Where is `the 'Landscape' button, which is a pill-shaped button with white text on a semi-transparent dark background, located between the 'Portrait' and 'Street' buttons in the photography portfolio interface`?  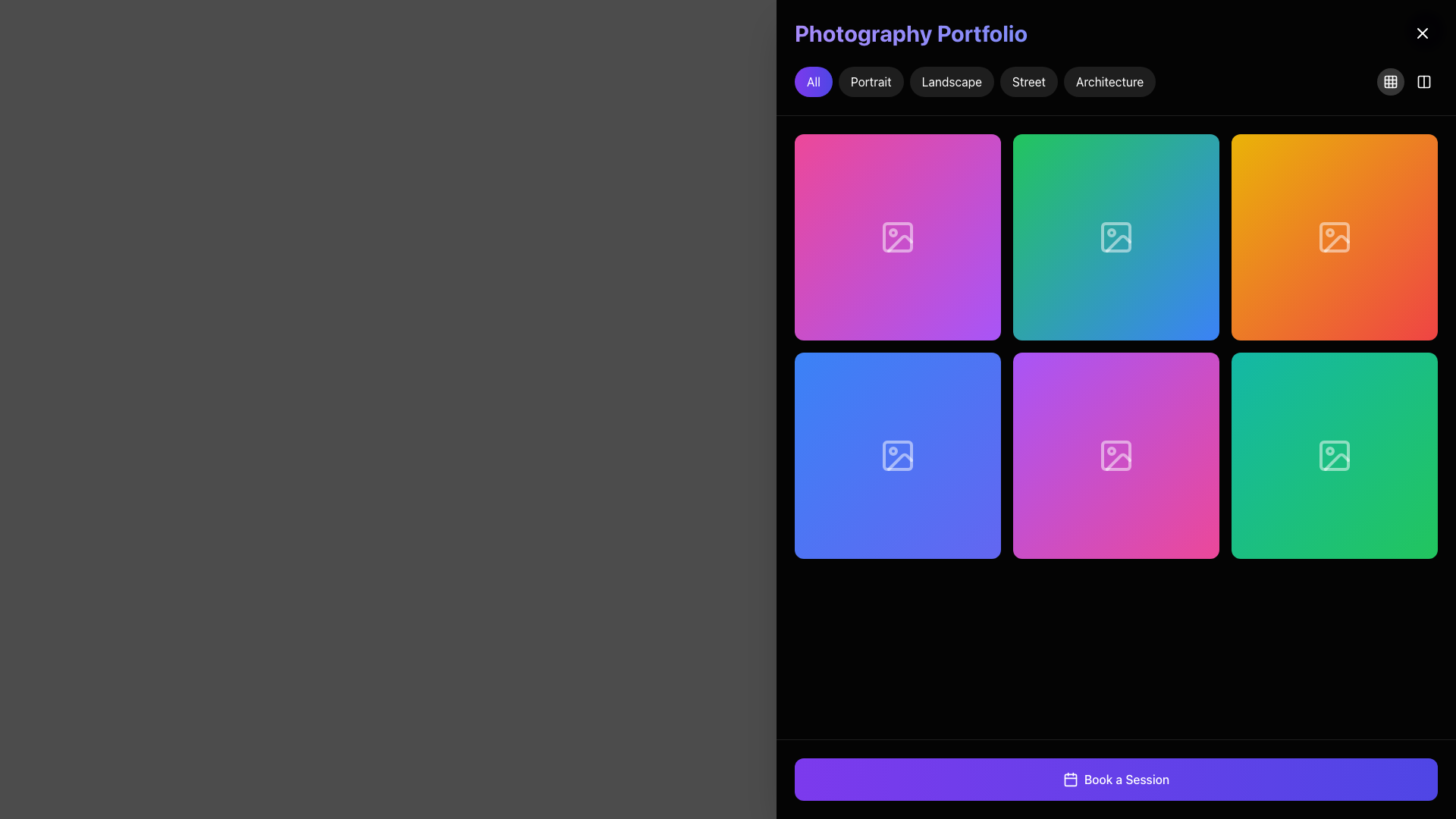 the 'Landscape' button, which is a pill-shaped button with white text on a semi-transparent dark background, located between the 'Portrait' and 'Street' buttons in the photography portfolio interface is located at coordinates (951, 82).